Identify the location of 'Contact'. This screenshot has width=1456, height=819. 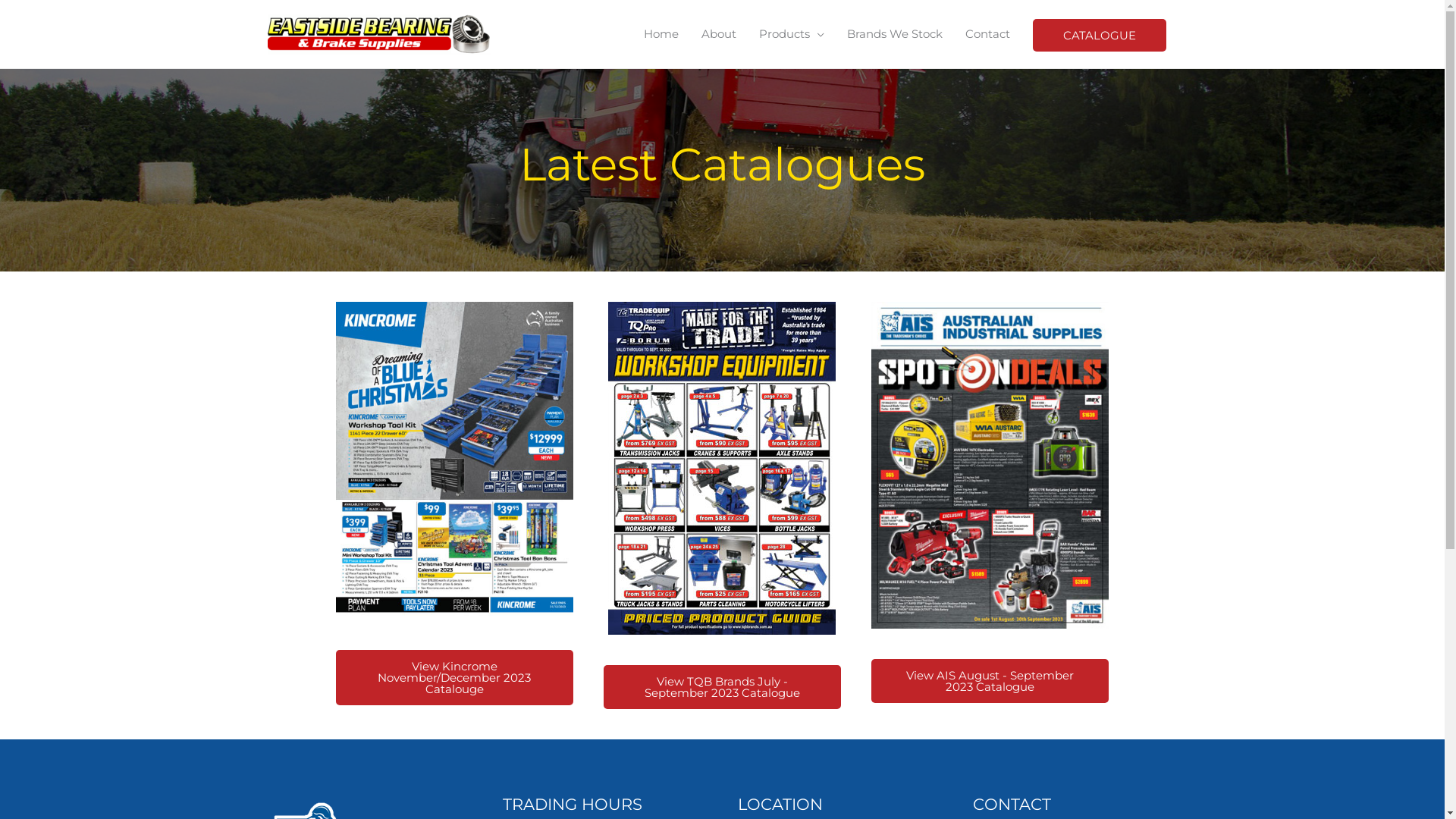
(987, 34).